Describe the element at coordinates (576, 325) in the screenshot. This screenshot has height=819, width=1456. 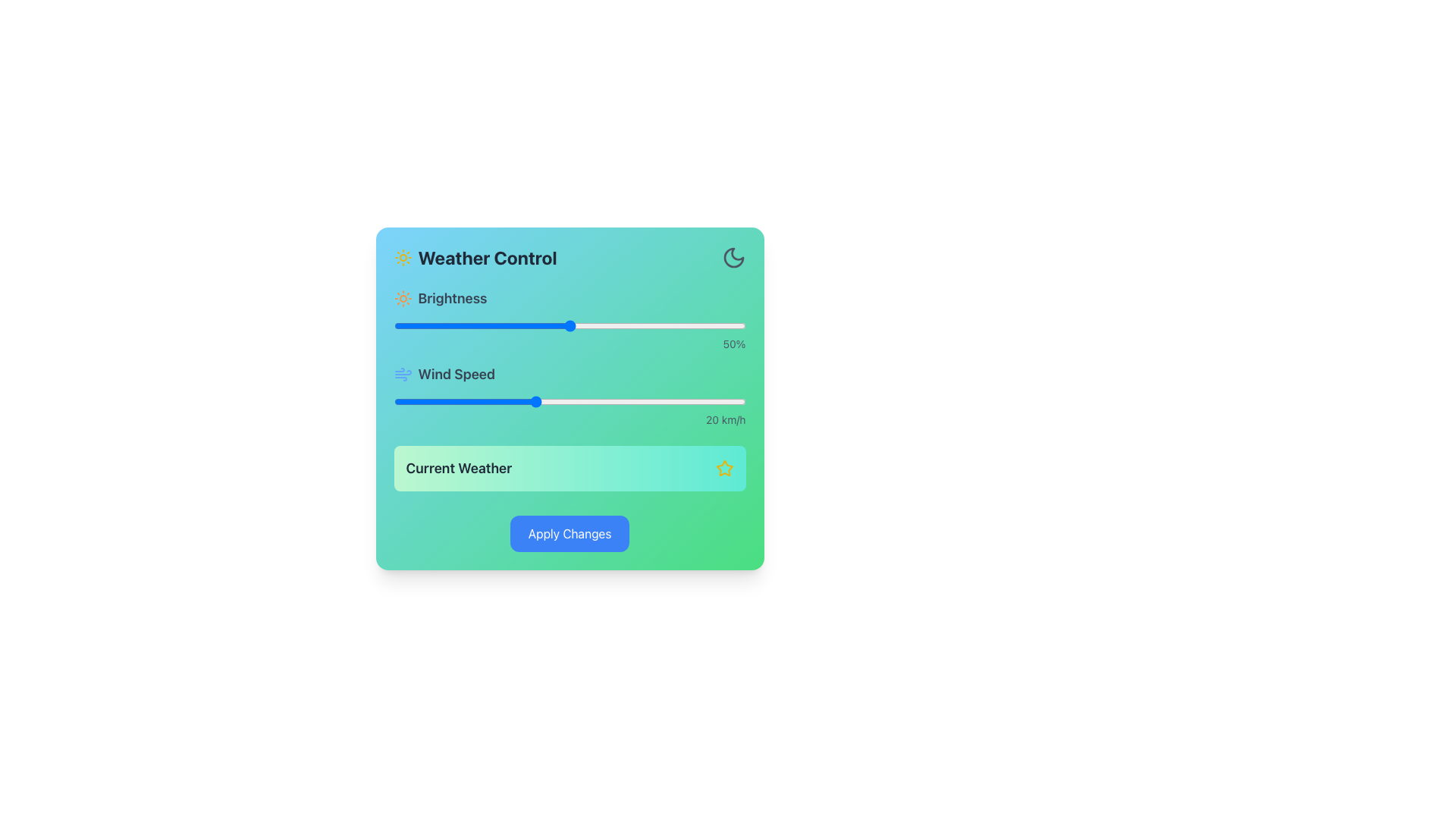
I see `brightness level` at that location.